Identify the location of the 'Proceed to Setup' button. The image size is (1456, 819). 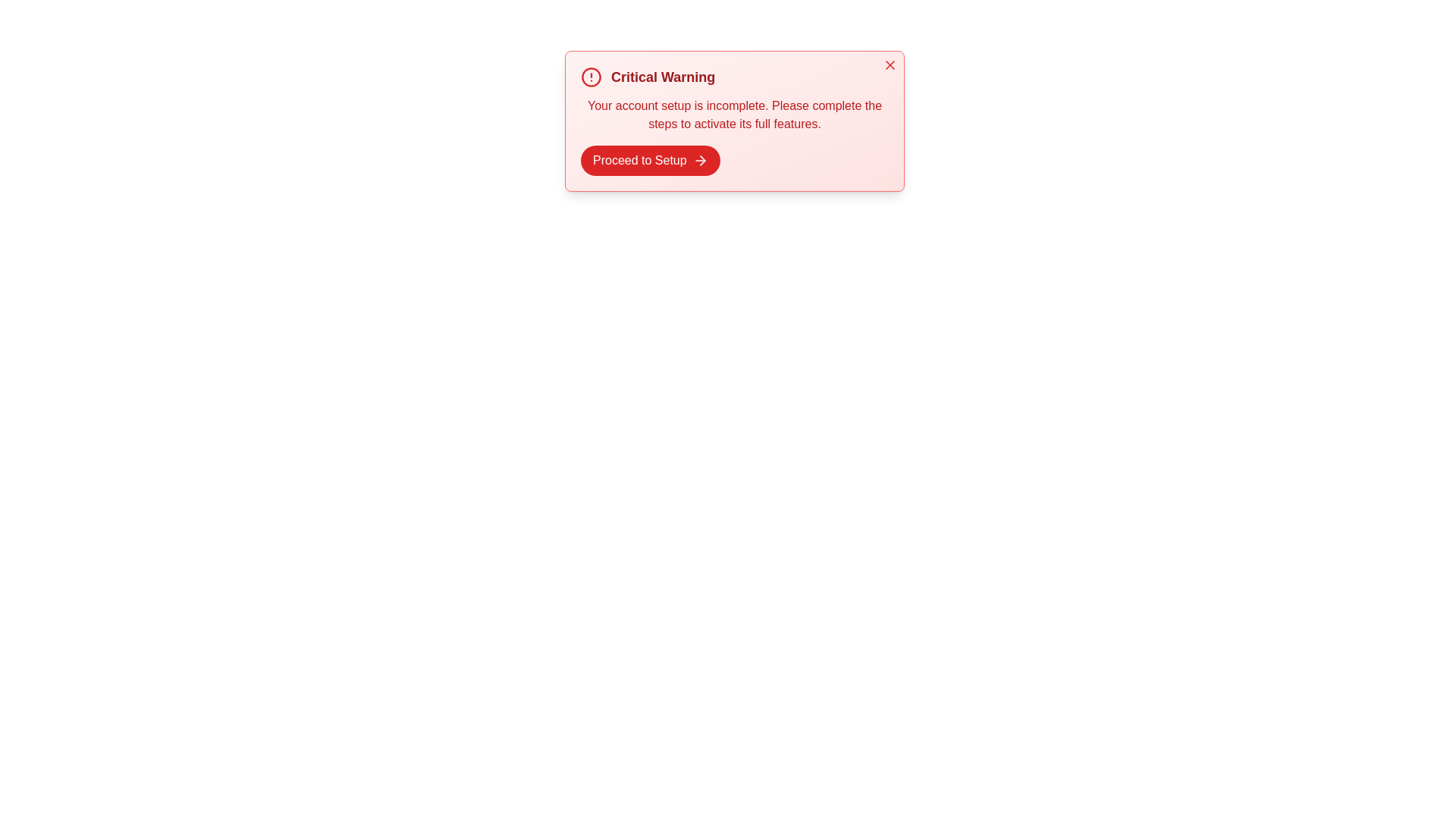
(650, 161).